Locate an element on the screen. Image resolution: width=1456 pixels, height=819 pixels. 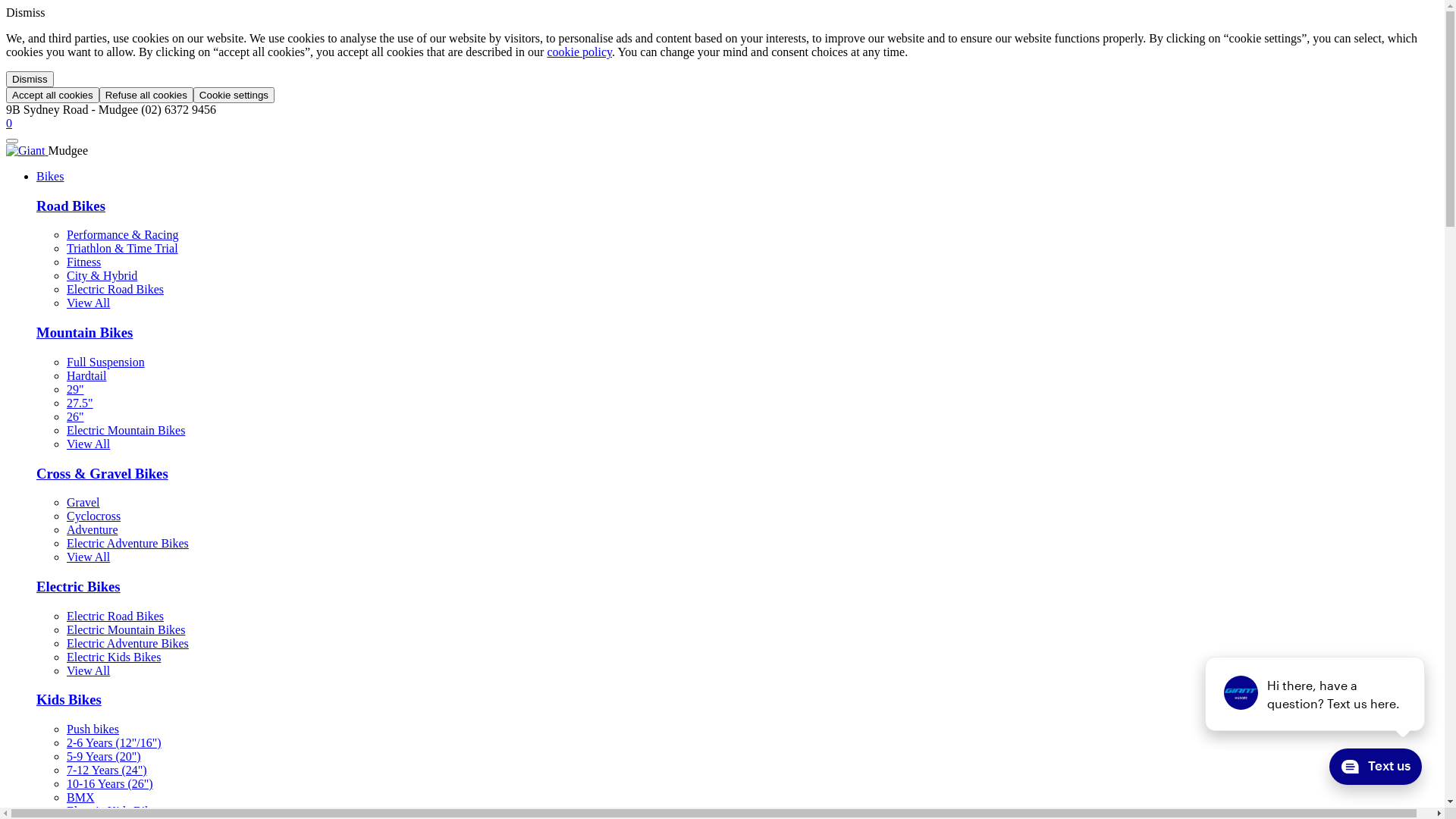
'Electric Mountain Bikes' is located at coordinates (126, 629).